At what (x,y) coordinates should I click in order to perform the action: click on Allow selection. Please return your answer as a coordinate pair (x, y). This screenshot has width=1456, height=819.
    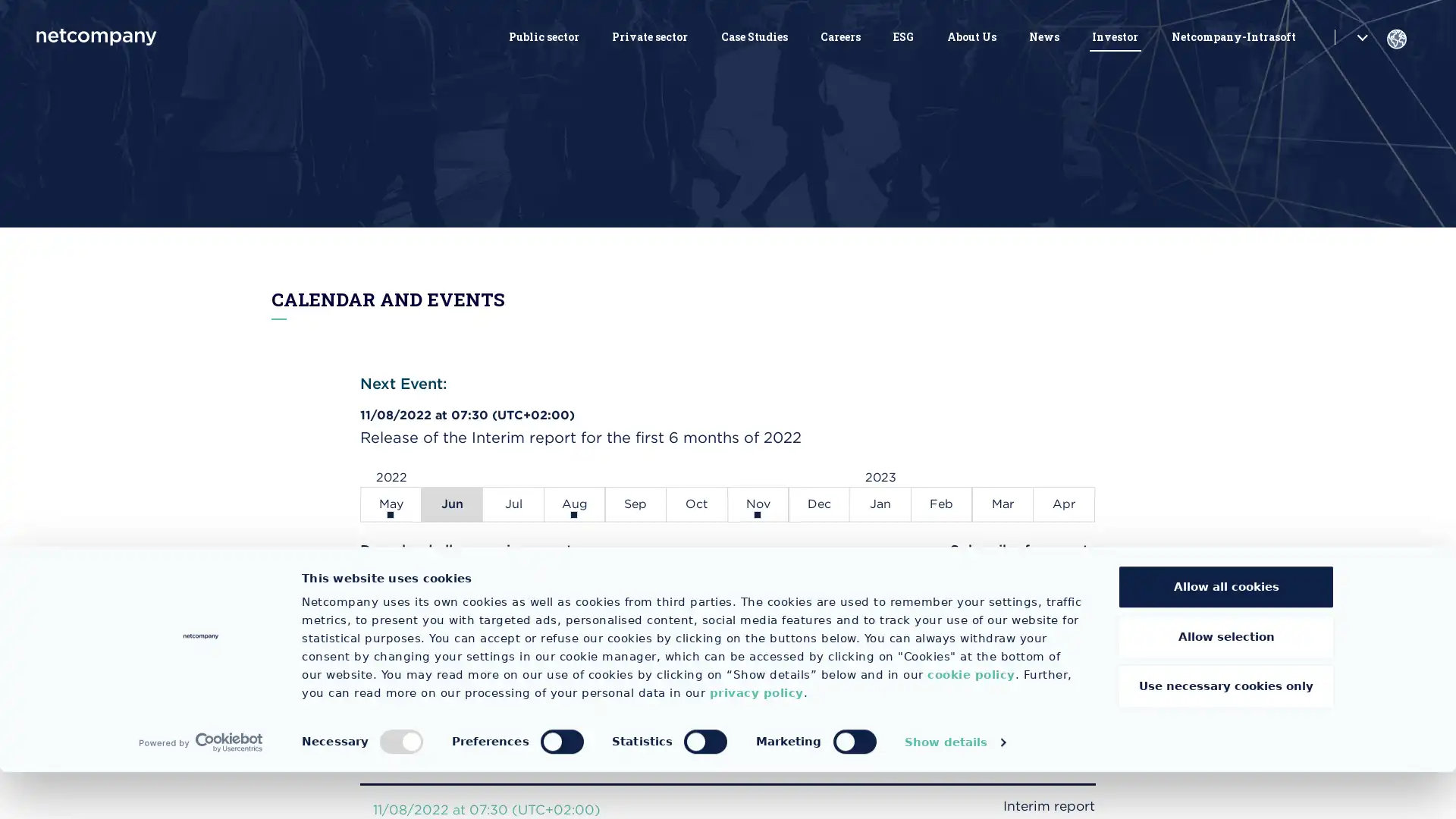
    Looking at the image, I should click on (1226, 683).